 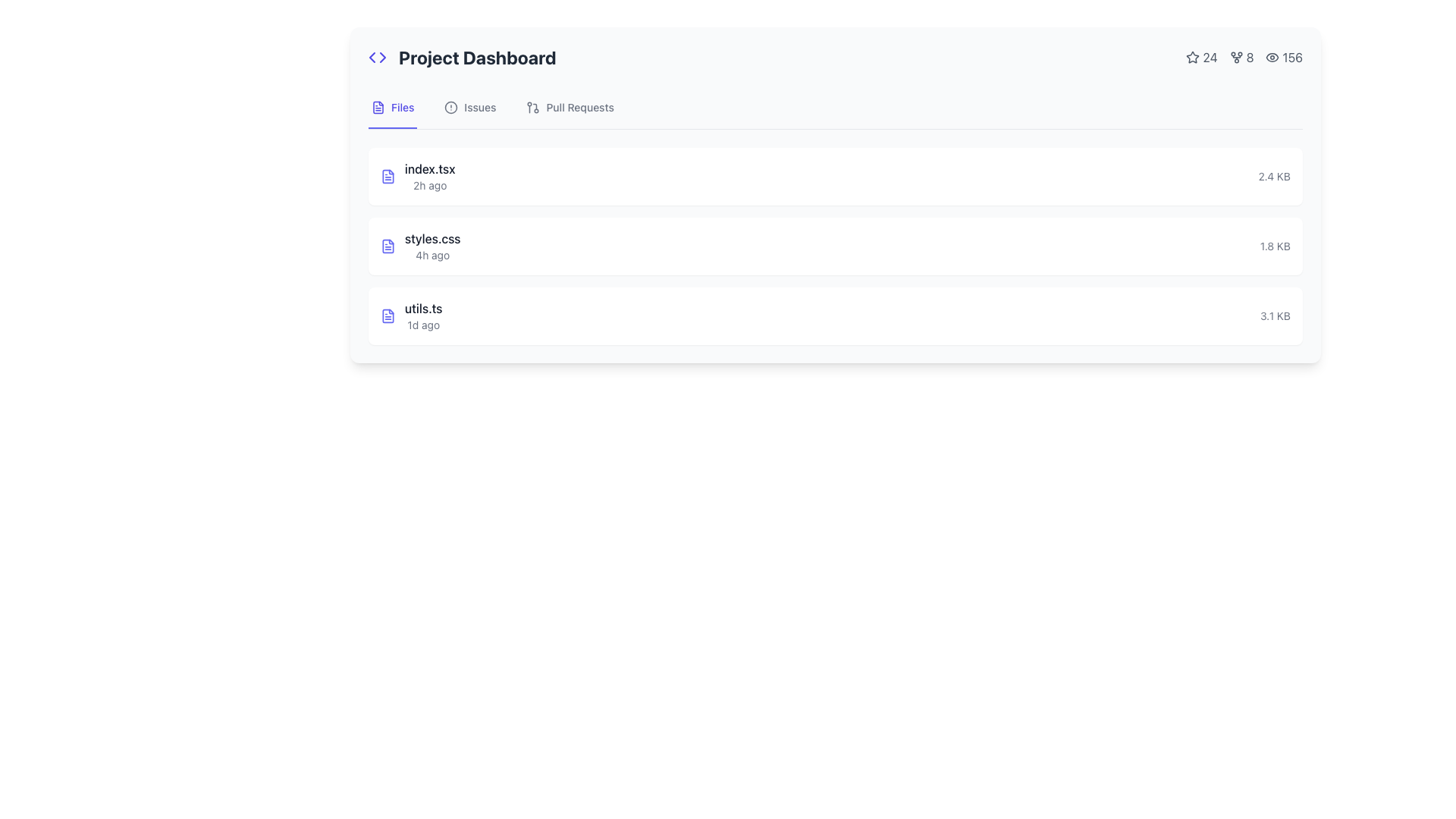 I want to click on the alert or warning indicator icon located to the left of the 'Issues' text in the 'Issues' tab of the navigation bar, so click(x=450, y=107).